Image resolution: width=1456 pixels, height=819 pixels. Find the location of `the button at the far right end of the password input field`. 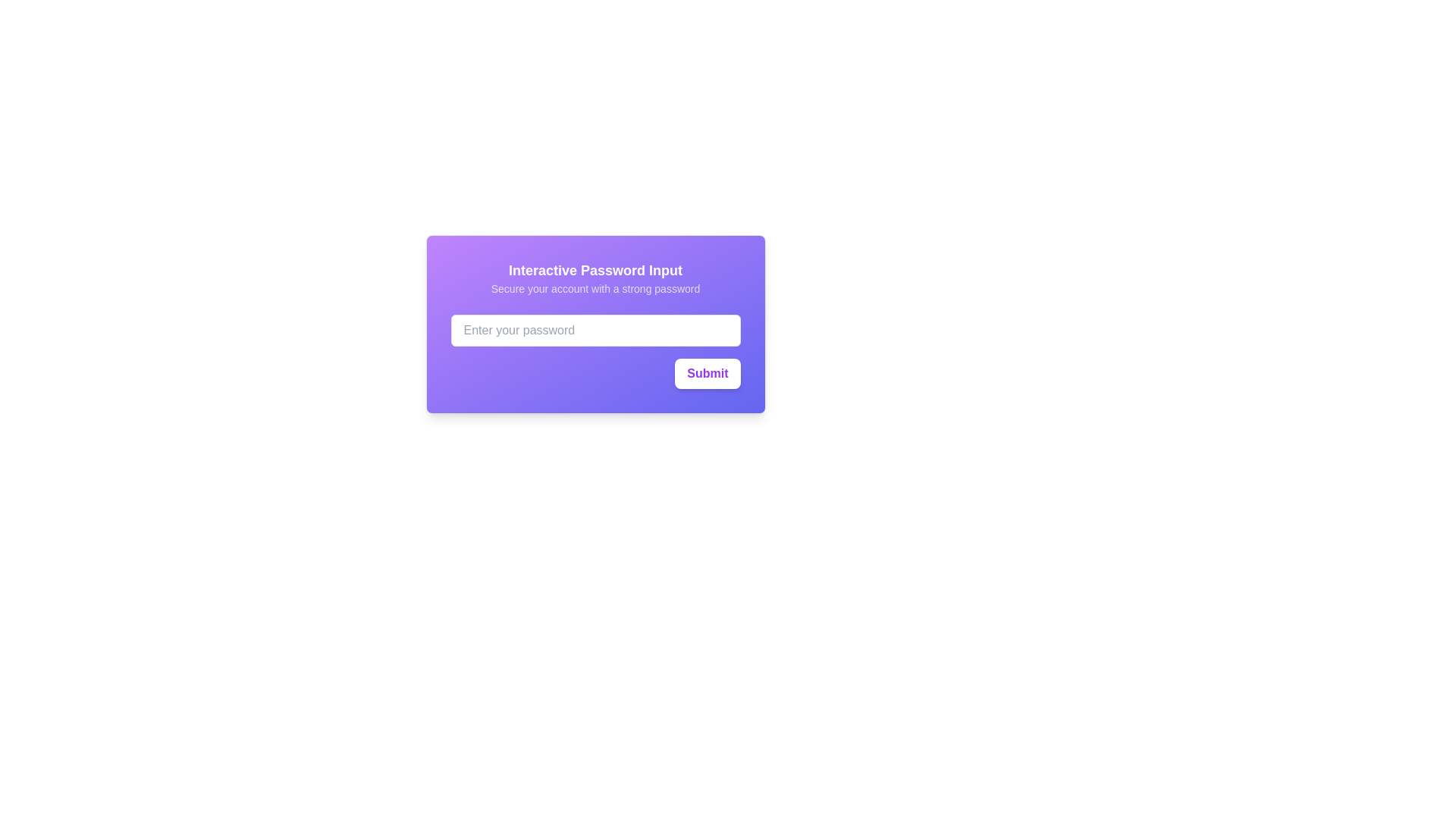

the button at the far right end of the password input field is located at coordinates (723, 329).